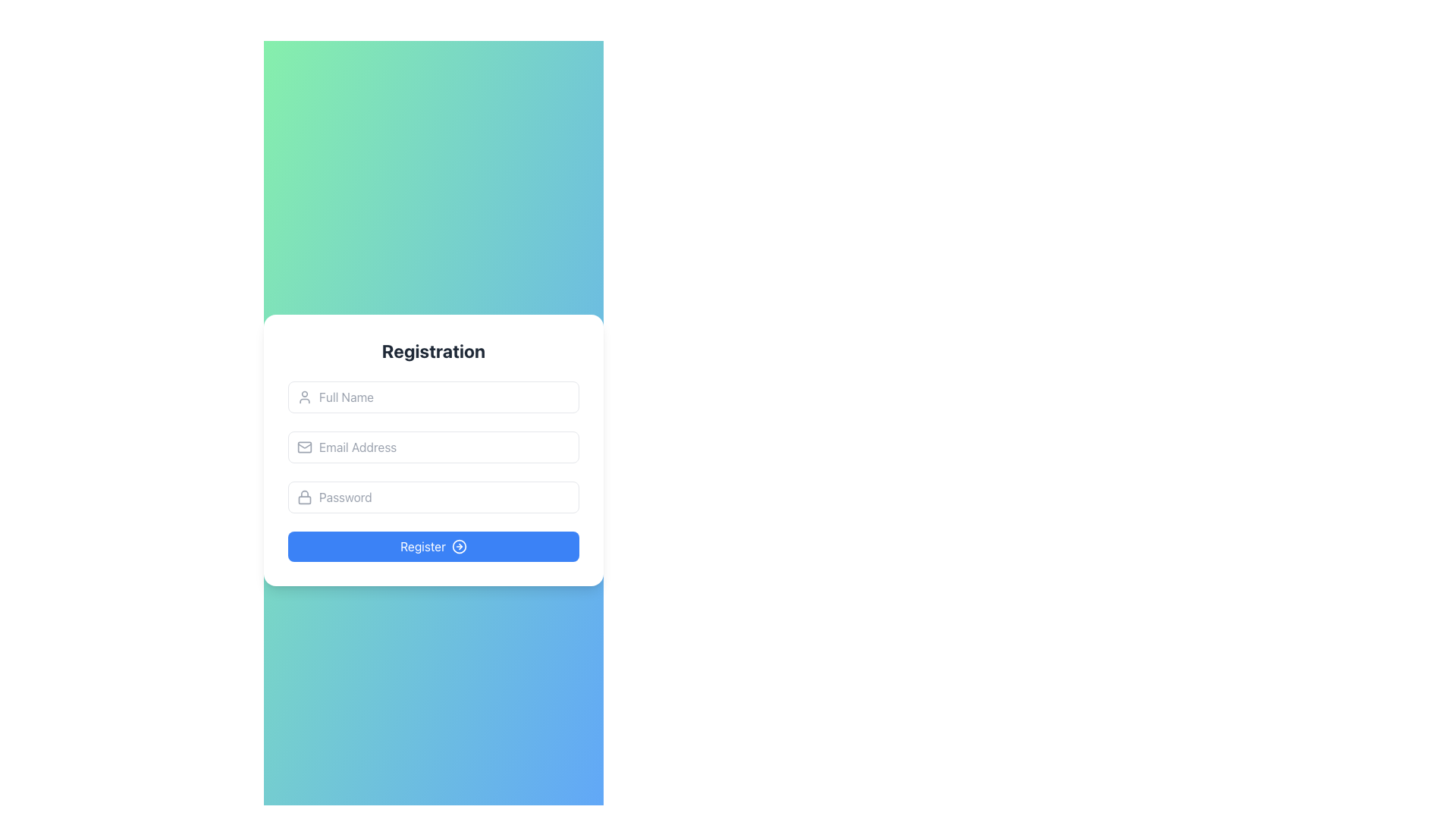 This screenshot has width=1456, height=819. What do you see at coordinates (304, 447) in the screenshot?
I see `the decorative and informative icon that indicates the purpose of the adjacent email input field, located at the far left of the input box` at bounding box center [304, 447].